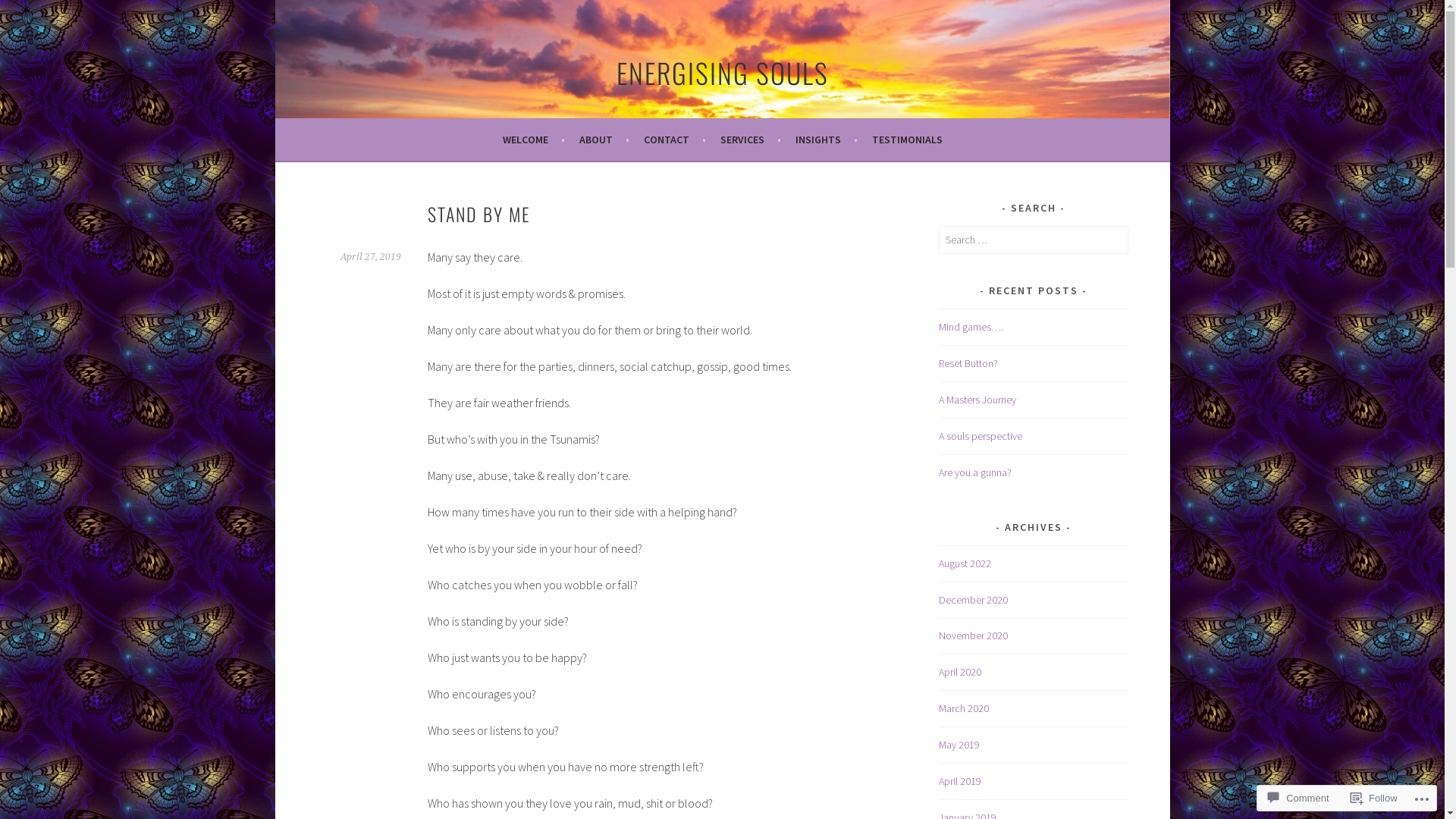 The height and width of the screenshot is (819, 1456). I want to click on 'INSIGHTS', so click(793, 140).